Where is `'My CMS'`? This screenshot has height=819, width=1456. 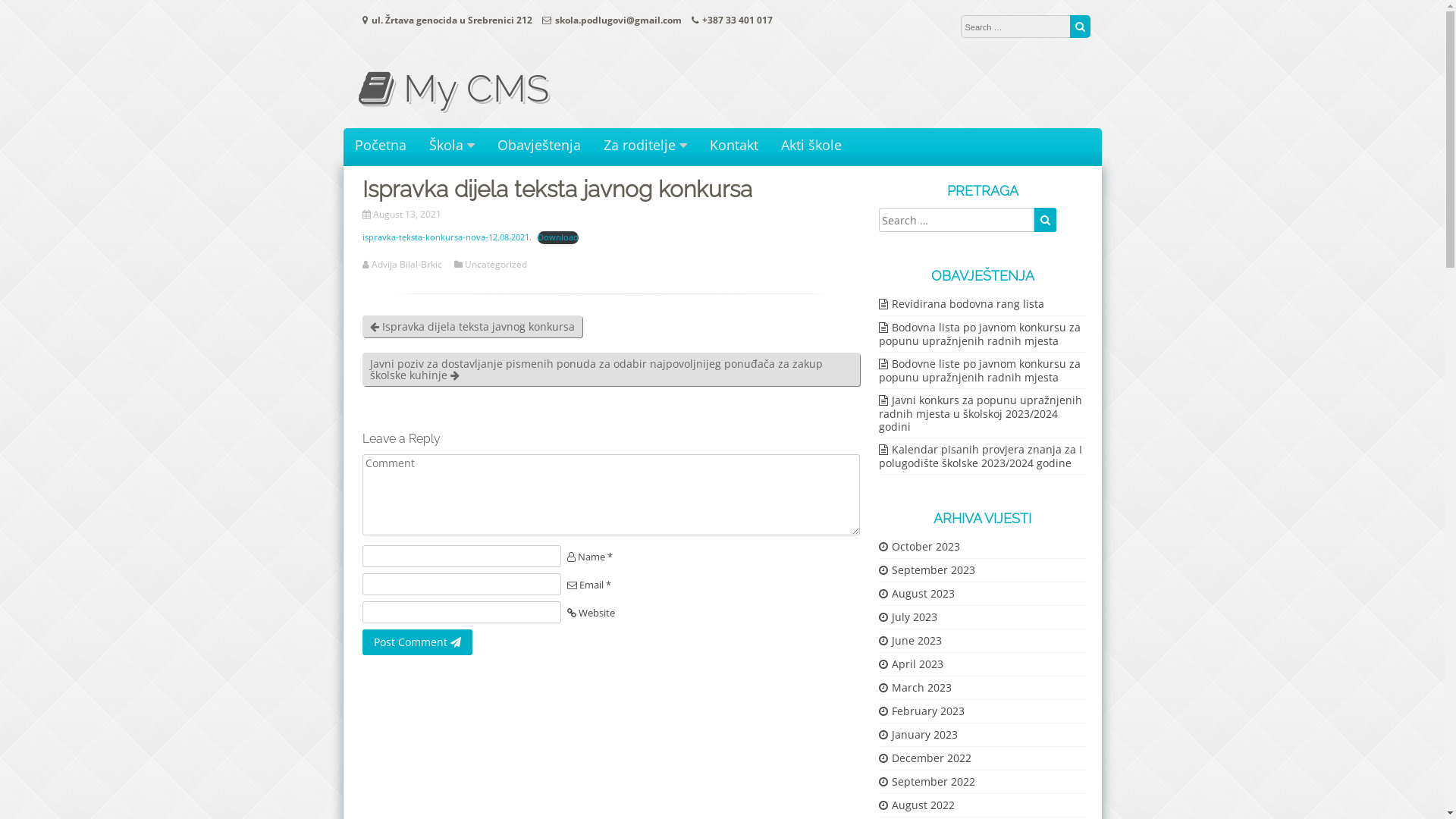
'My CMS' is located at coordinates (356, 88).